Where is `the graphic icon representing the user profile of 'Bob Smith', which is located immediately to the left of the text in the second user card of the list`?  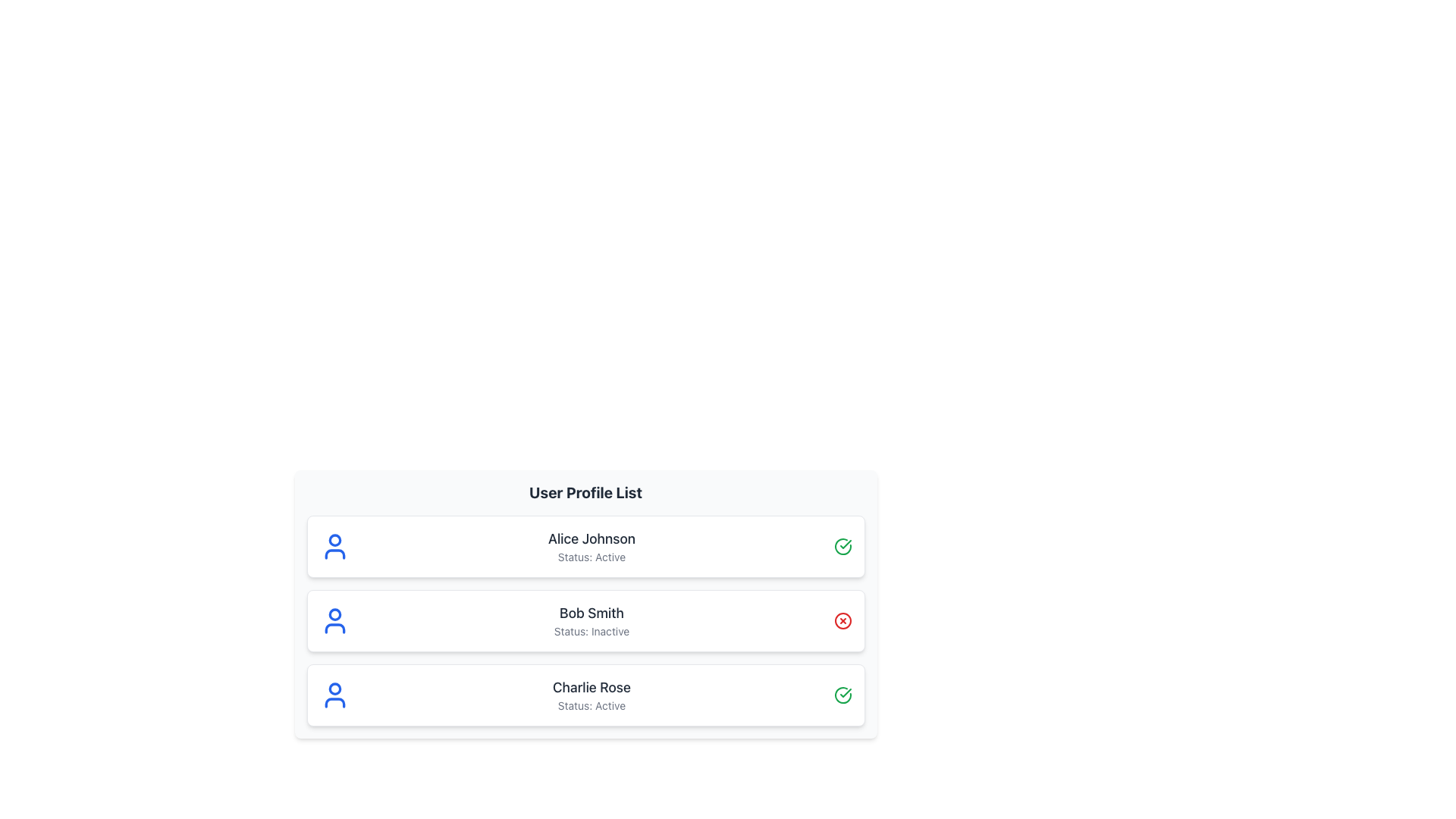 the graphic icon representing the user profile of 'Bob Smith', which is located immediately to the left of the text in the second user card of the list is located at coordinates (334, 620).